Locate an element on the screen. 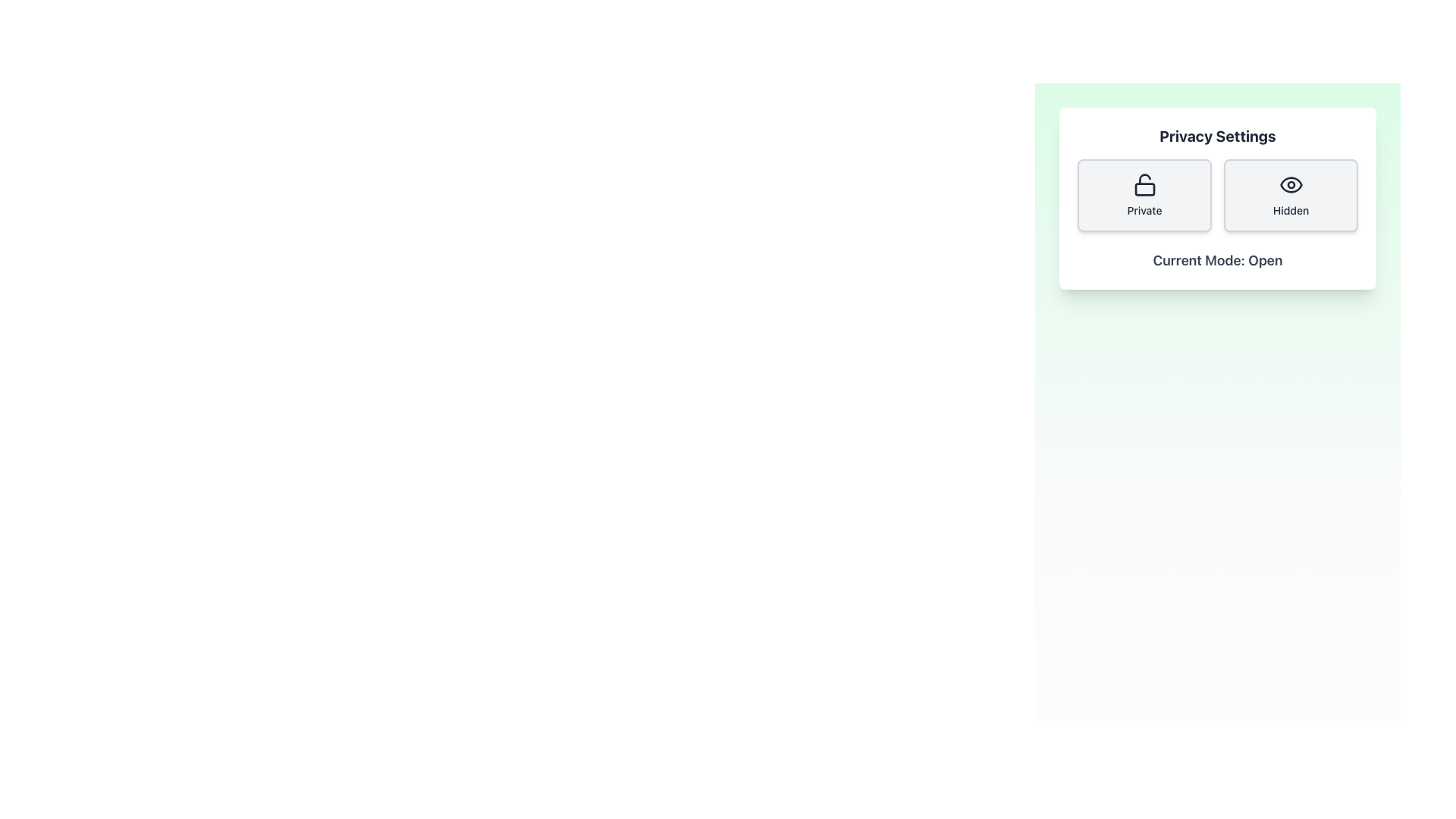 Image resolution: width=1456 pixels, height=819 pixels. the upper curved portion of the open padlock icon located inside the 'Private' button in the 'Privacy Settings' panel is located at coordinates (1144, 178).